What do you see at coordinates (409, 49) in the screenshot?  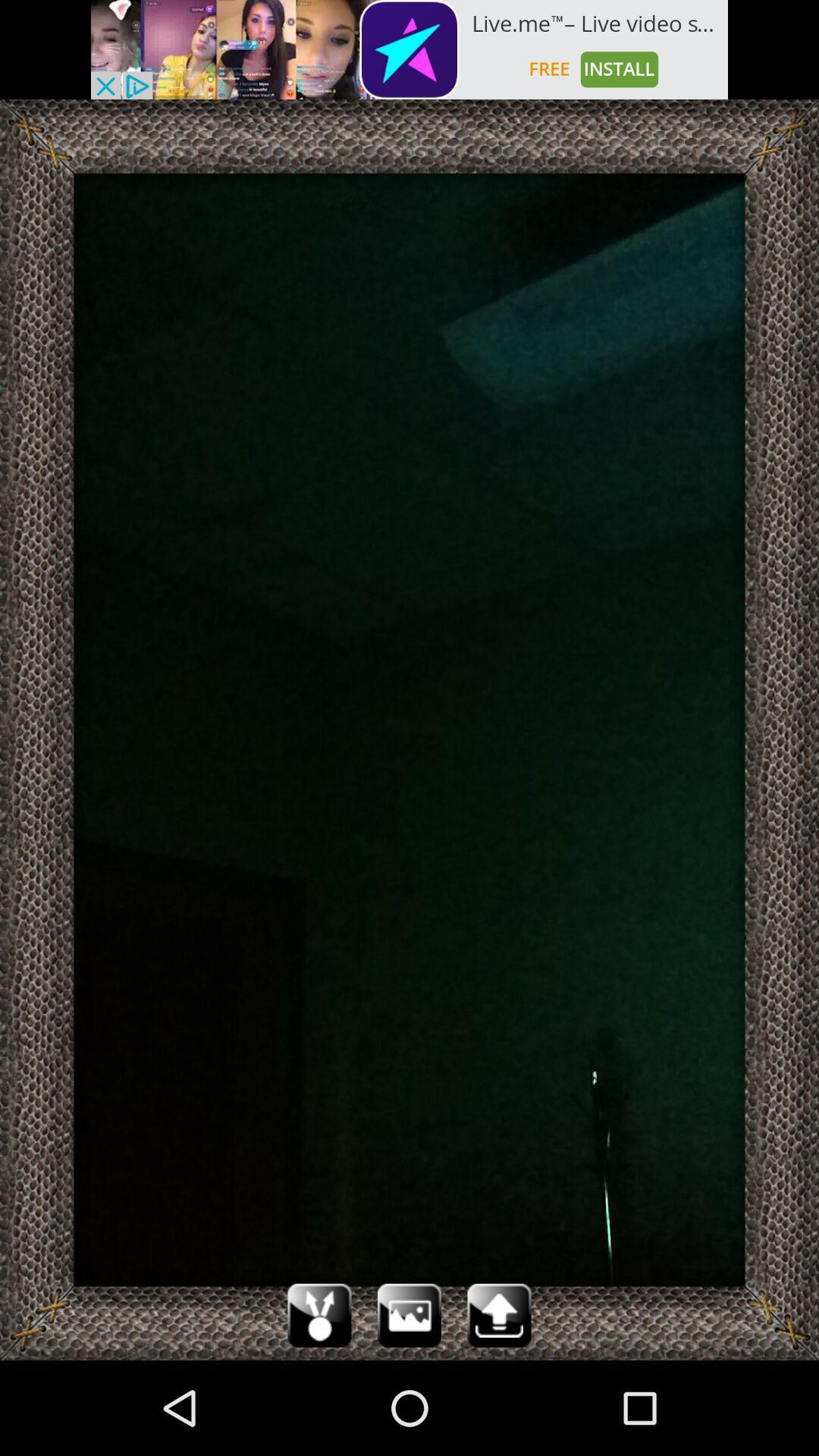 I see `advertisement` at bounding box center [409, 49].